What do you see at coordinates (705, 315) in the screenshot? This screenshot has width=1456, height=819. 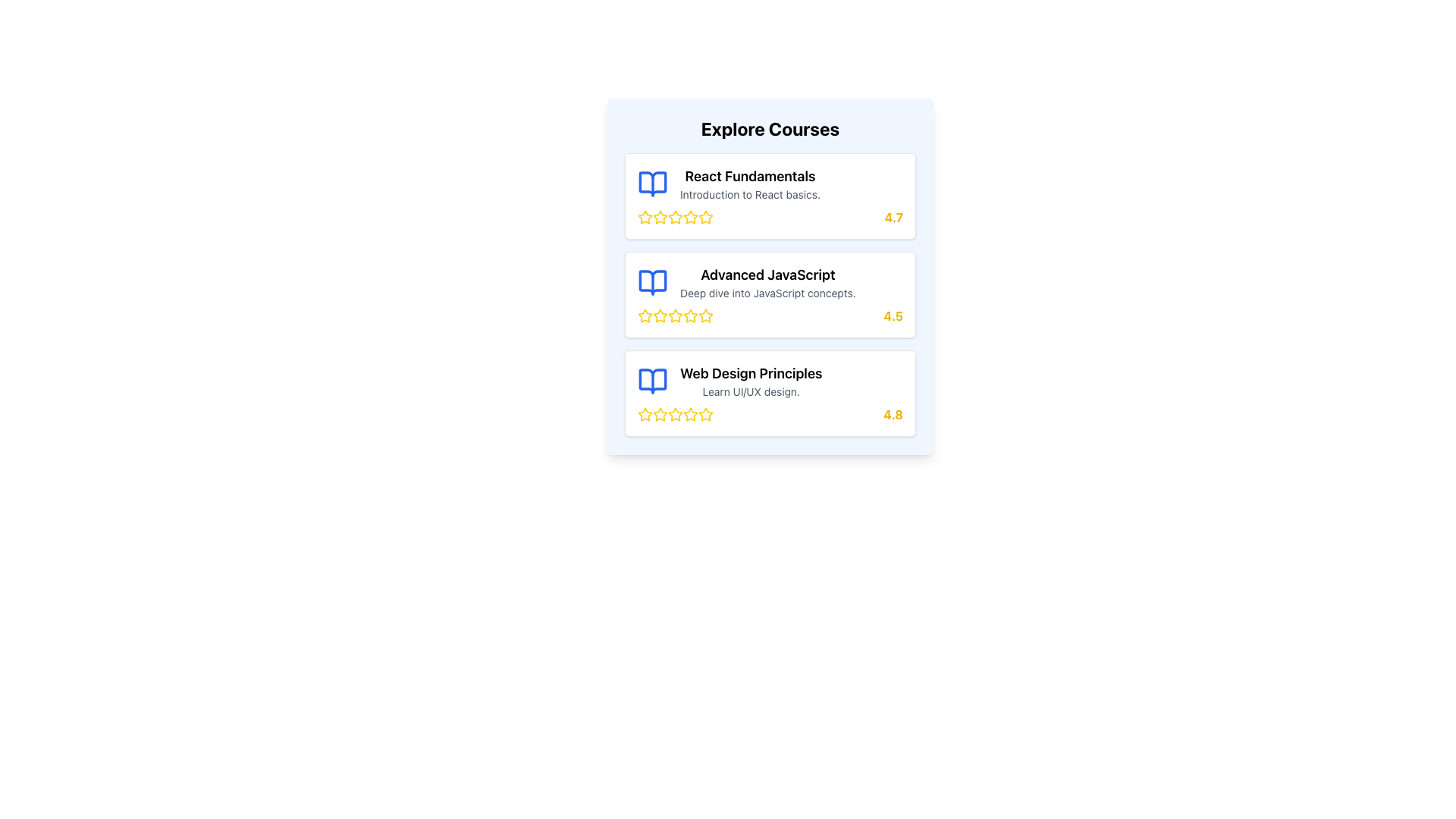 I see `the third star icon from the left under the course titled 'Advanced JavaScript' in the 'Explore Courses' interface to interact with it, assuming interactive options are enabled` at bounding box center [705, 315].